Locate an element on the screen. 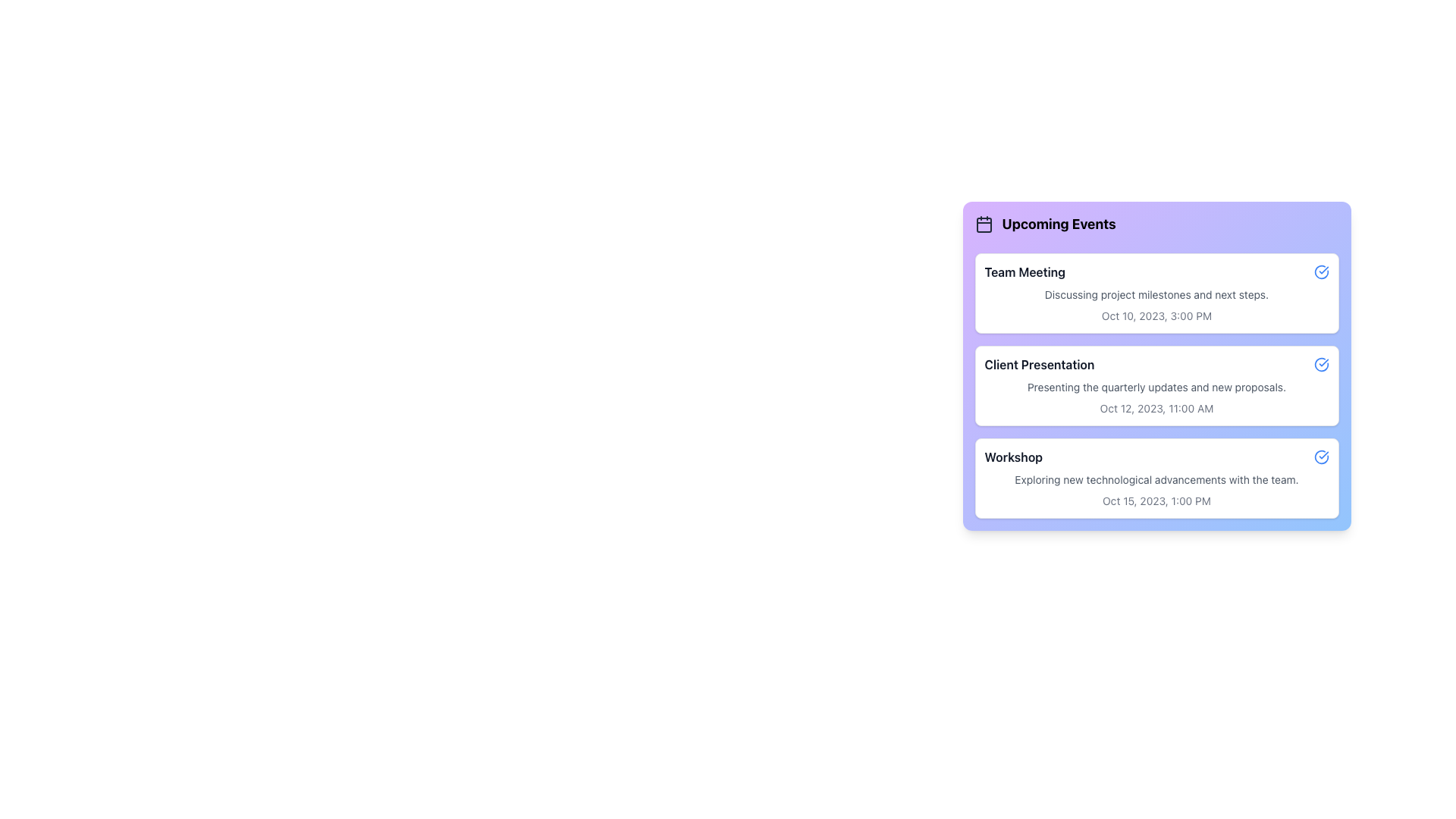  the circular blue checkmark icon button located at the far right of the 'Workshop' event entry in the 'Upcoming Events' section is located at coordinates (1320, 456).